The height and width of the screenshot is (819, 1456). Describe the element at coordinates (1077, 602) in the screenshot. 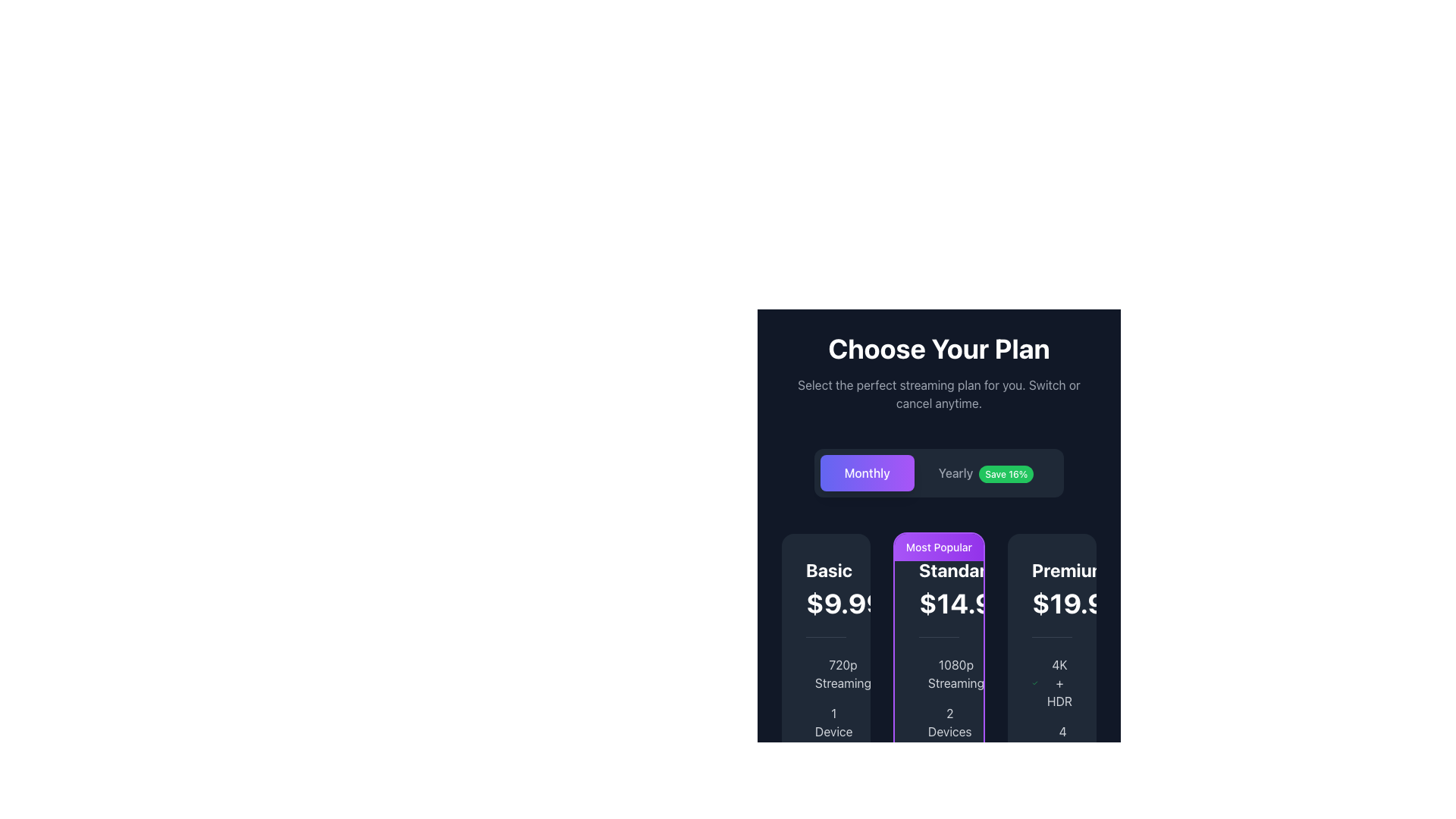

I see `the price label displaying '$19.99' in bold white font, located in the 'Premium' subscription plan section, positioned to the right of the 'Standard' plan section` at that location.